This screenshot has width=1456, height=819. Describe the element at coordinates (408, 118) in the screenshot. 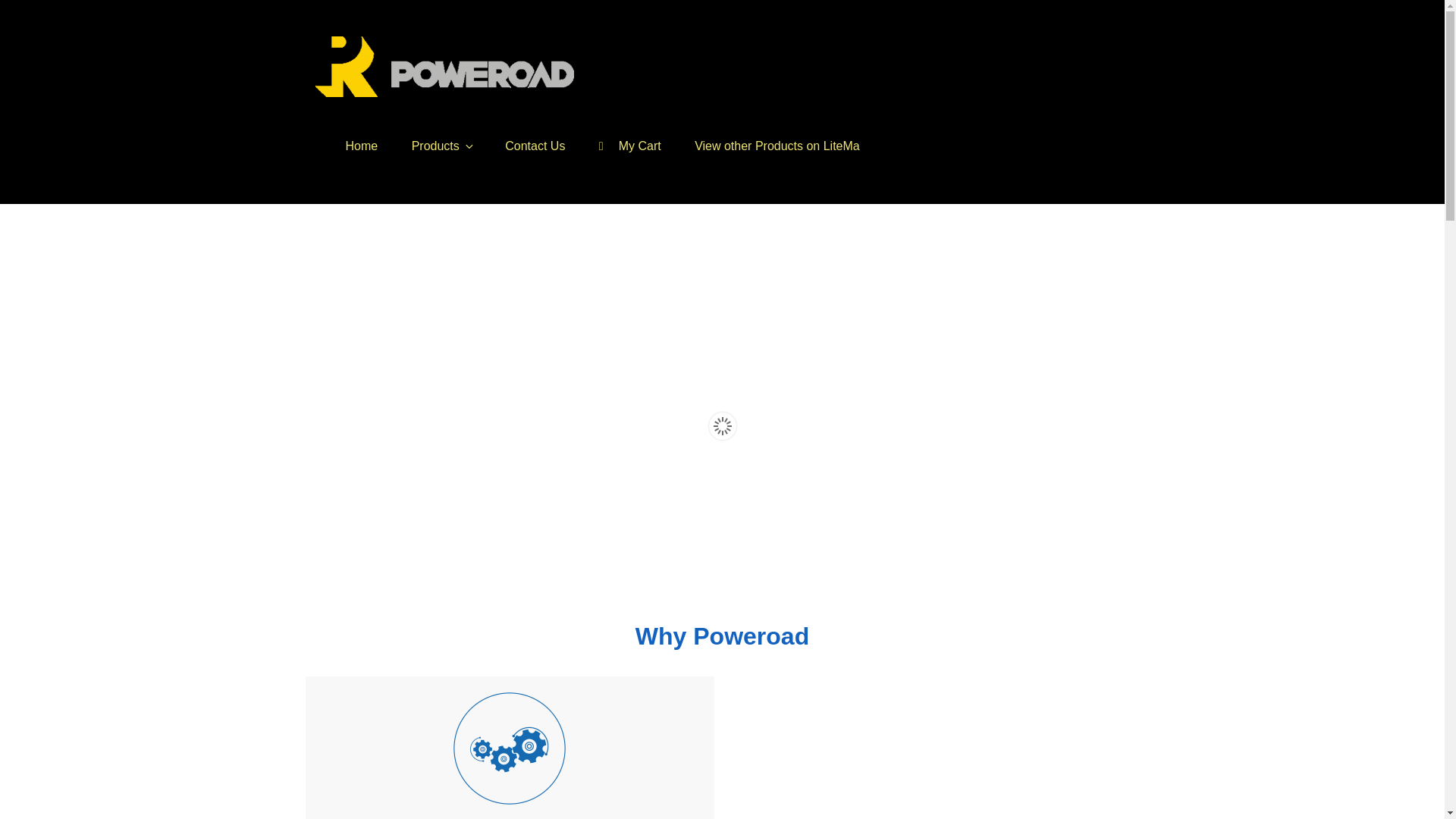

I see `'POWEROAD'` at that location.